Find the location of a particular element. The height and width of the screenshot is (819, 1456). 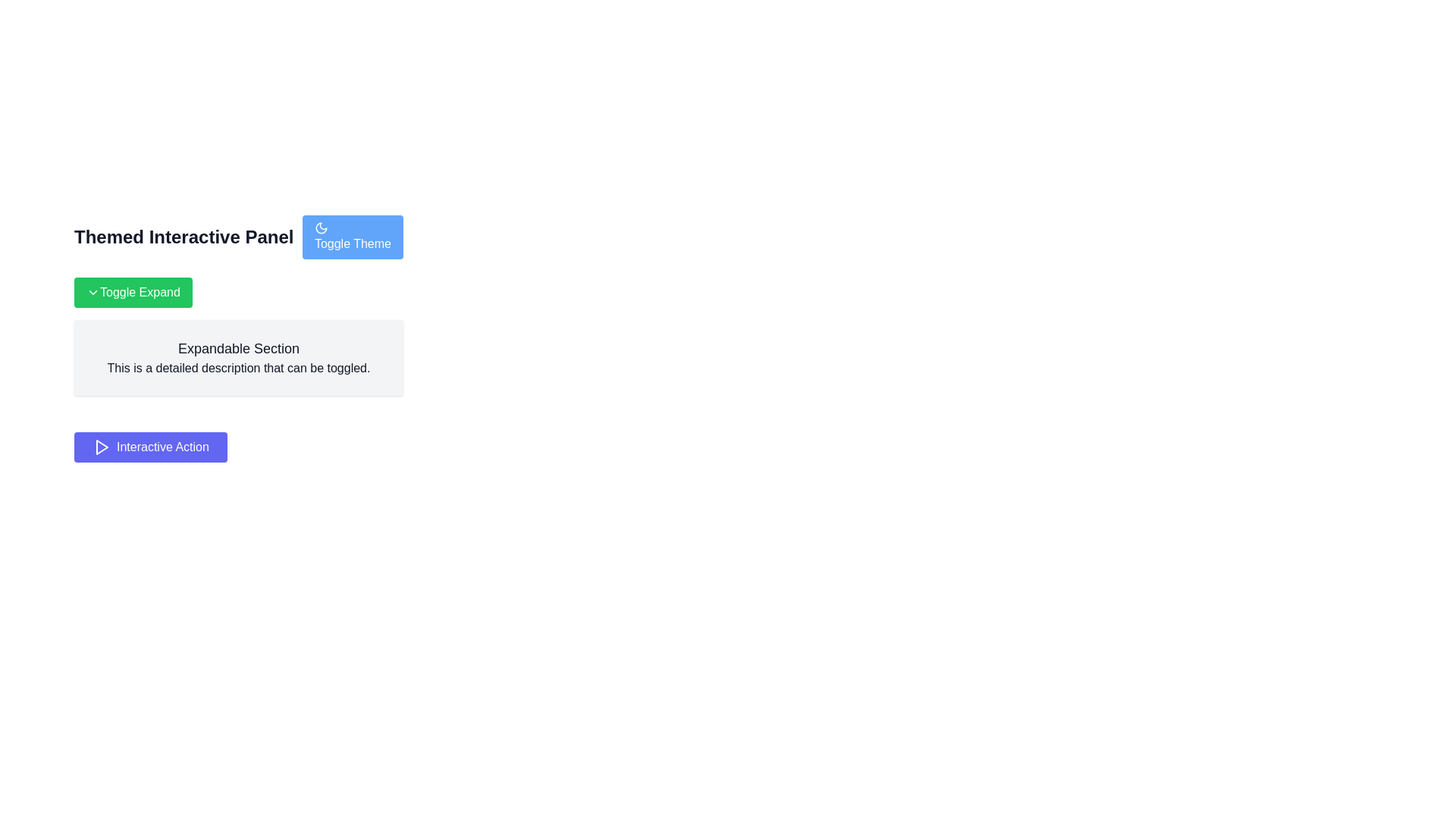

the moon icon within the 'Toggle Theme' button located at the upper-right part of the interface, which indicates the night or dark mode feature is located at coordinates (320, 227).